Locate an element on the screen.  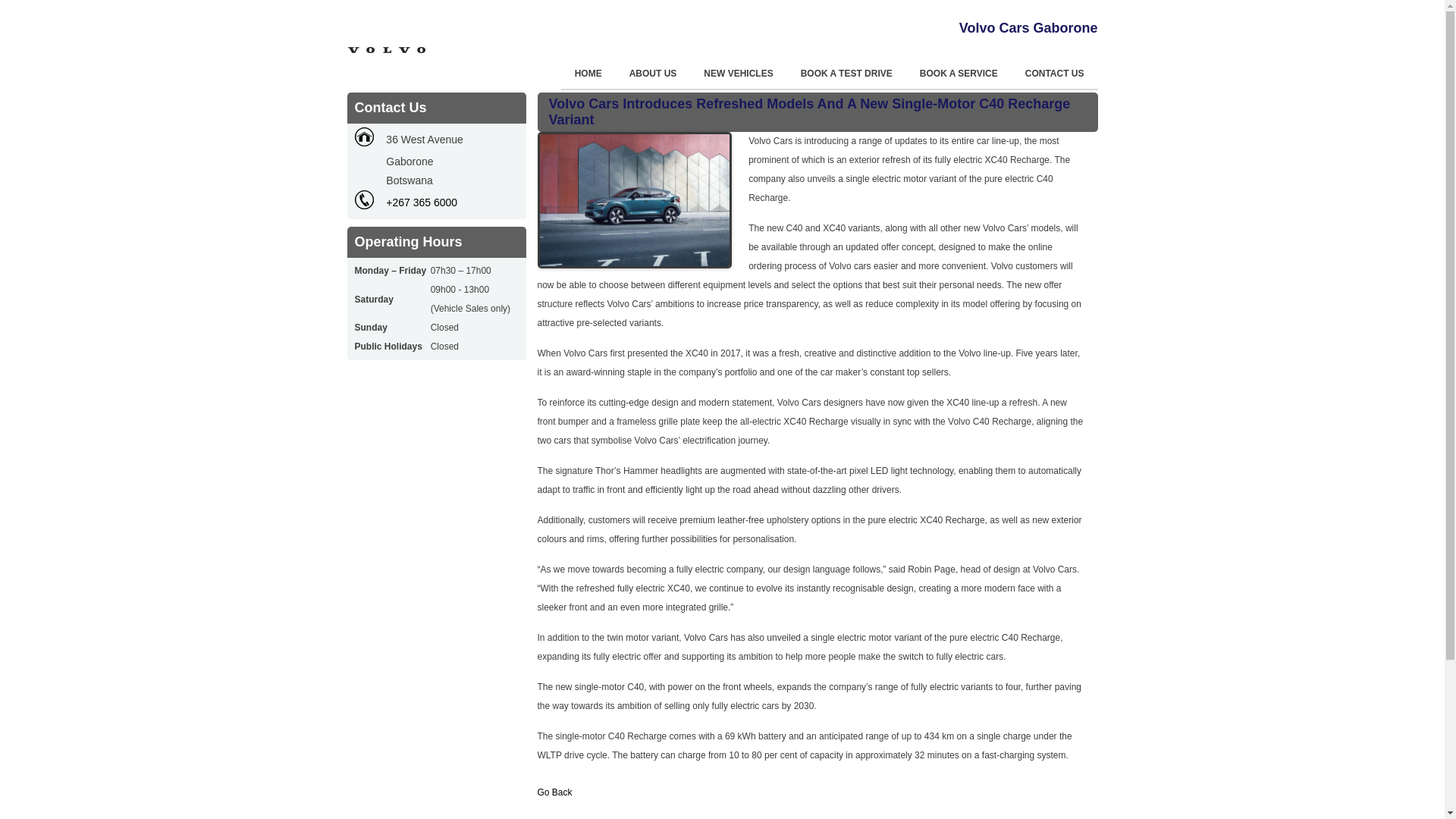
'HOME' is located at coordinates (588, 74).